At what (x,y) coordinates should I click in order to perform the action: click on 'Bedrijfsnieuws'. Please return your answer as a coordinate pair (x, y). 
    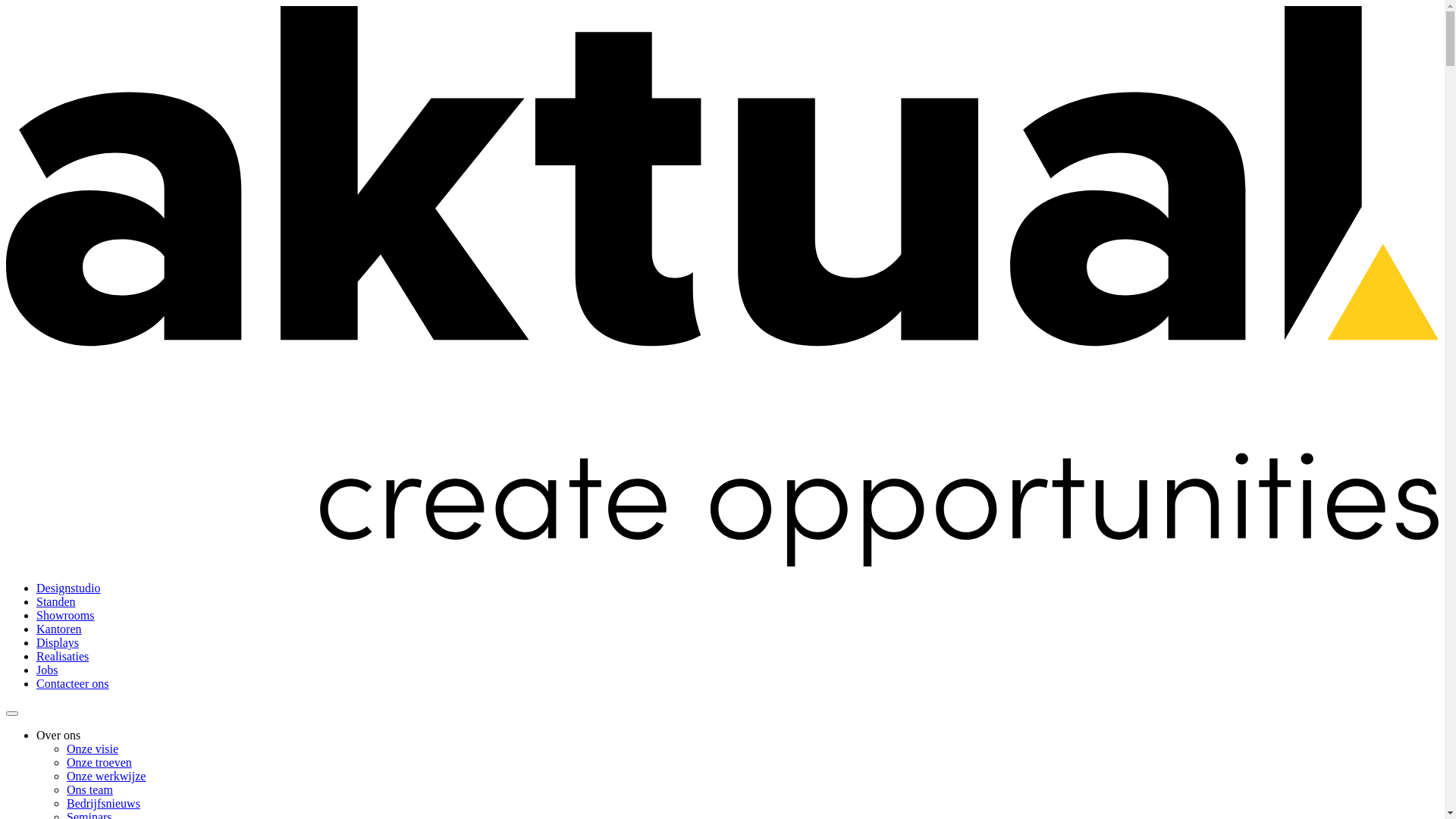
    Looking at the image, I should click on (102, 802).